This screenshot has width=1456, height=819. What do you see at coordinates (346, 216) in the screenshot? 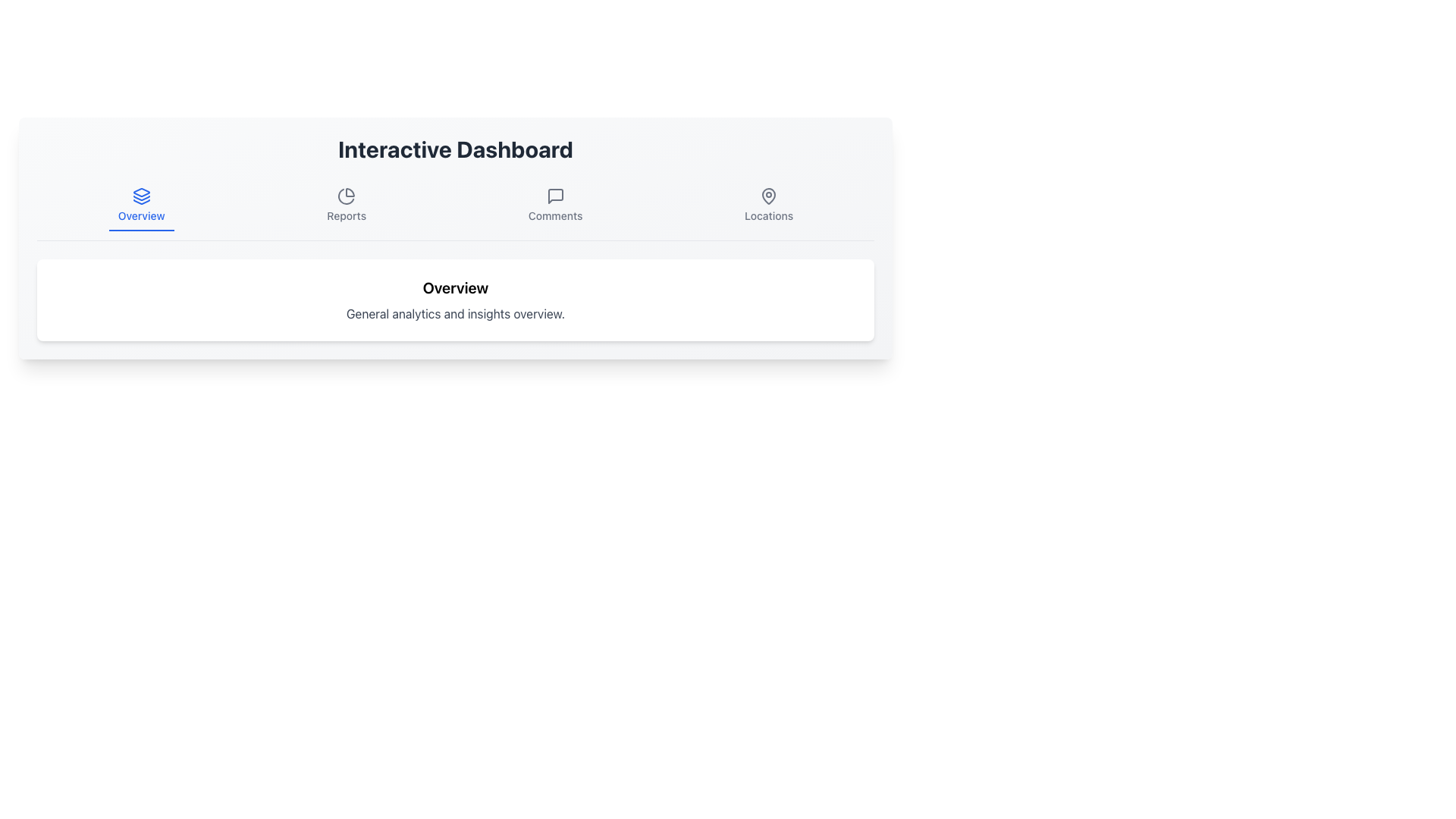
I see `the 'Reports' text label in the navigation menu` at bounding box center [346, 216].